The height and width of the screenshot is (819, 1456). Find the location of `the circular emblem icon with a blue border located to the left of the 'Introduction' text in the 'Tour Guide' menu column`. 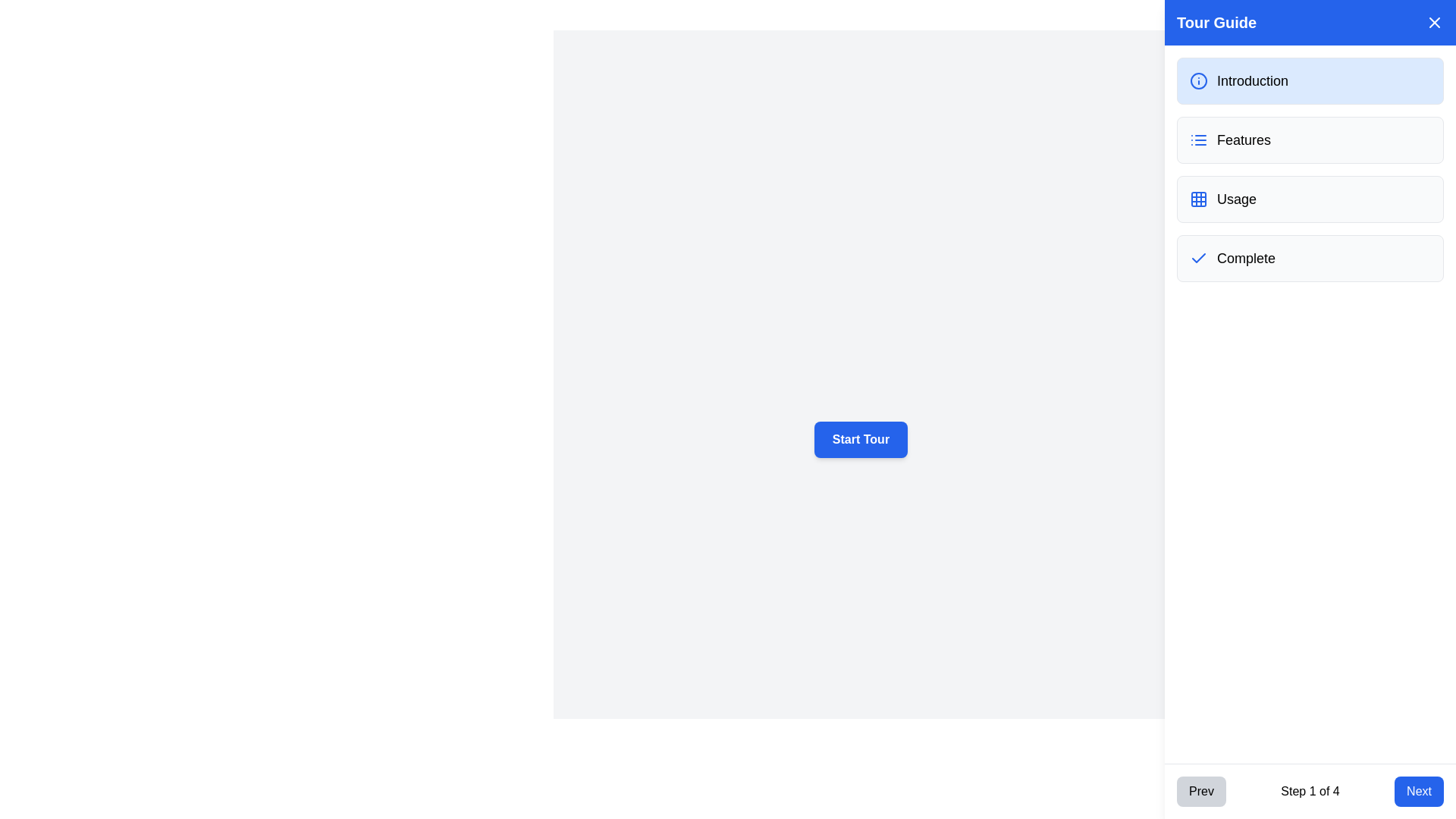

the circular emblem icon with a blue border located to the left of the 'Introduction' text in the 'Tour Guide' menu column is located at coordinates (1197, 81).